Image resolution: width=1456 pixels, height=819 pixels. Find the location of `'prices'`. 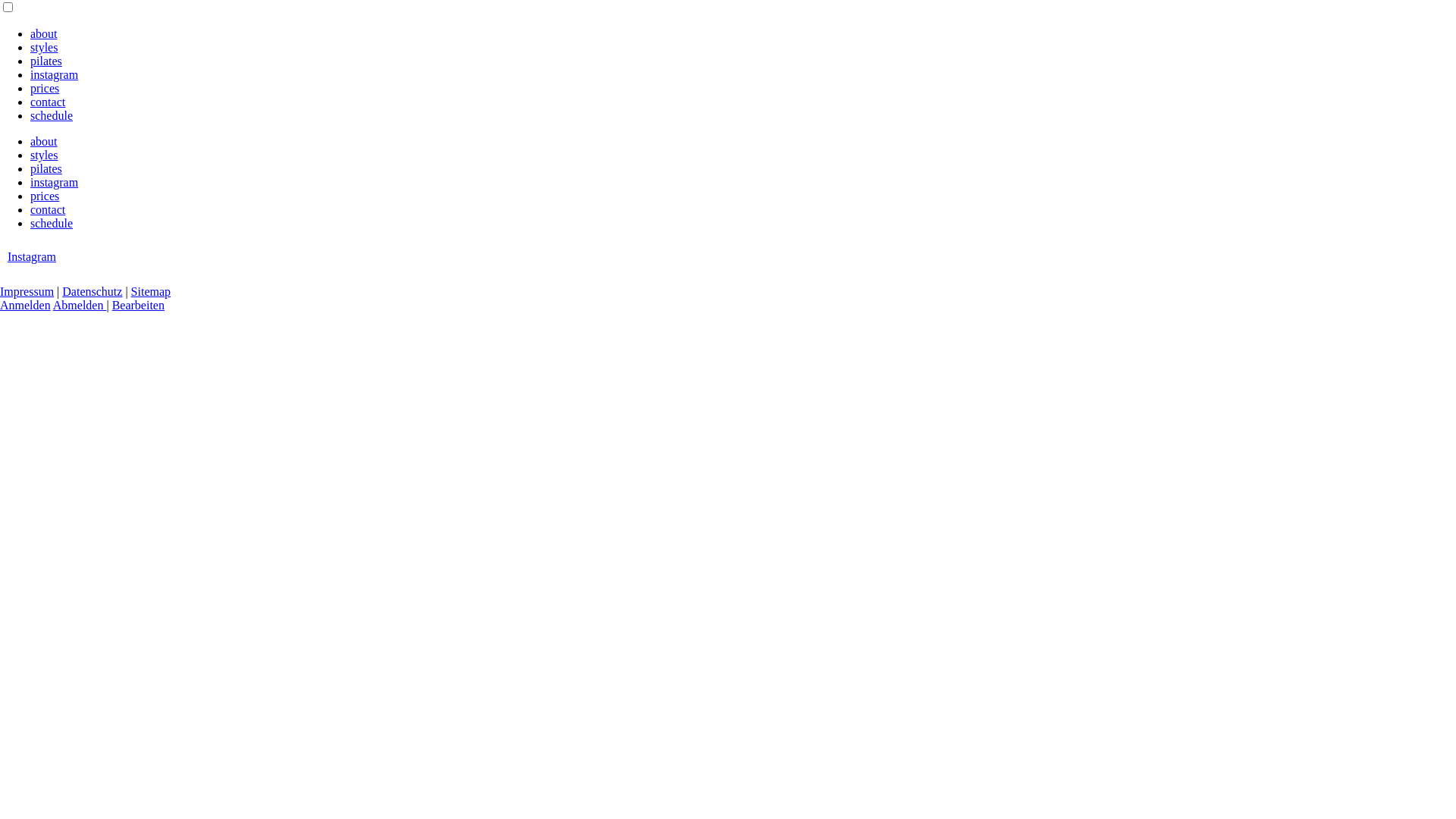

'prices' is located at coordinates (44, 195).